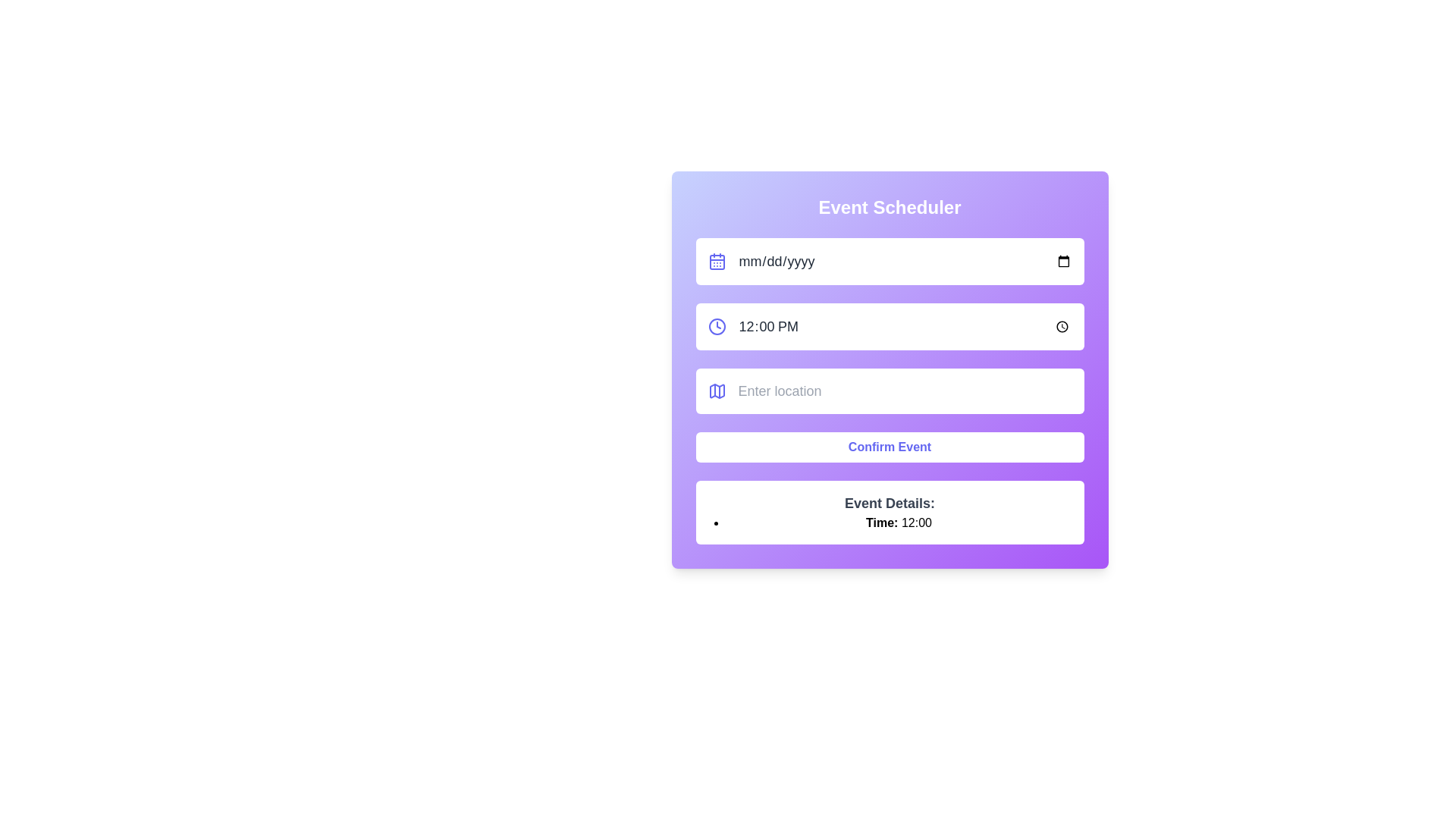  Describe the element at coordinates (905, 260) in the screenshot. I see `the Date input field located at the top of the Event Scheduler form to focus on the field` at that location.